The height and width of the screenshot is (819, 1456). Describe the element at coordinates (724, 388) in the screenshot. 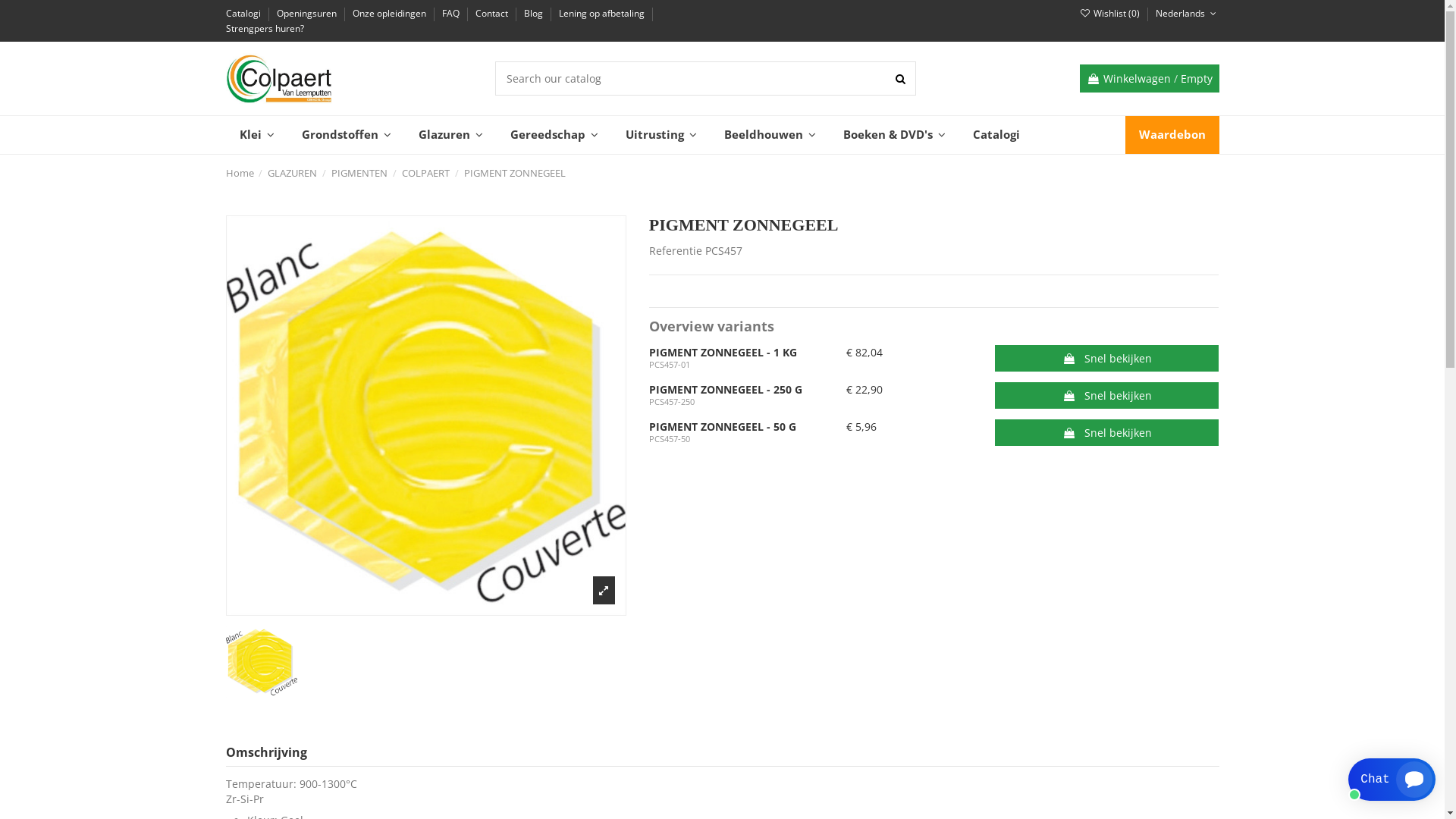

I see `'PIGMENT ZONNEGEEL - 250 G'` at that location.